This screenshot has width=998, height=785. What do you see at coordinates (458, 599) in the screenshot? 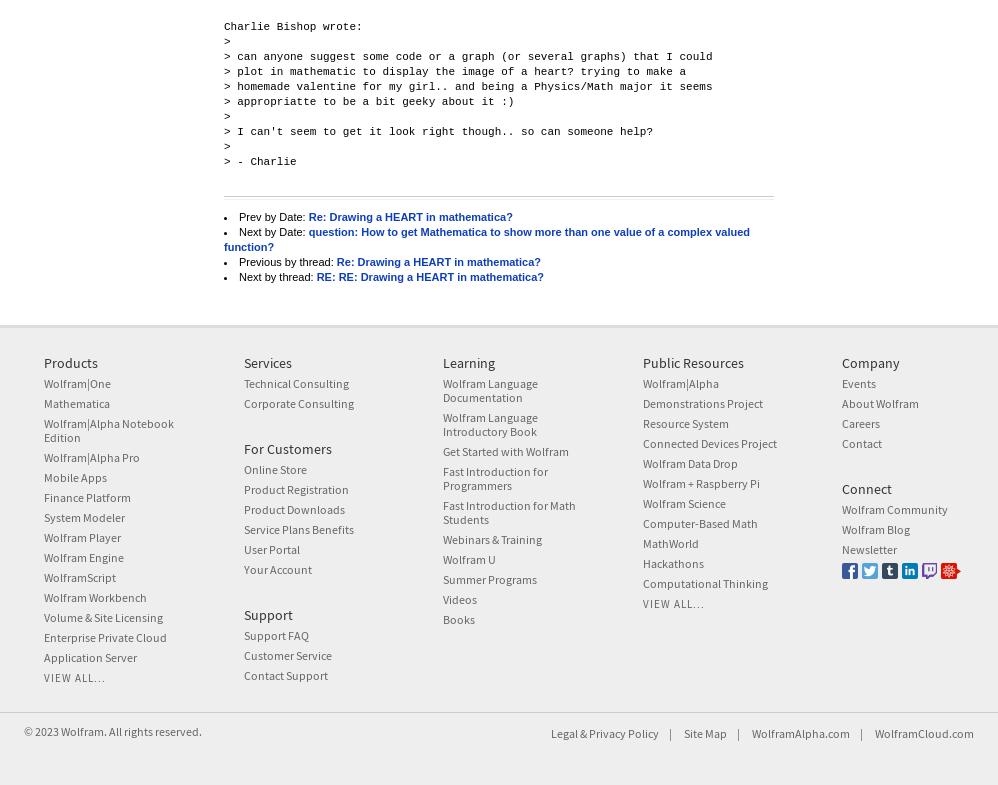
I see `'Videos'` at bounding box center [458, 599].